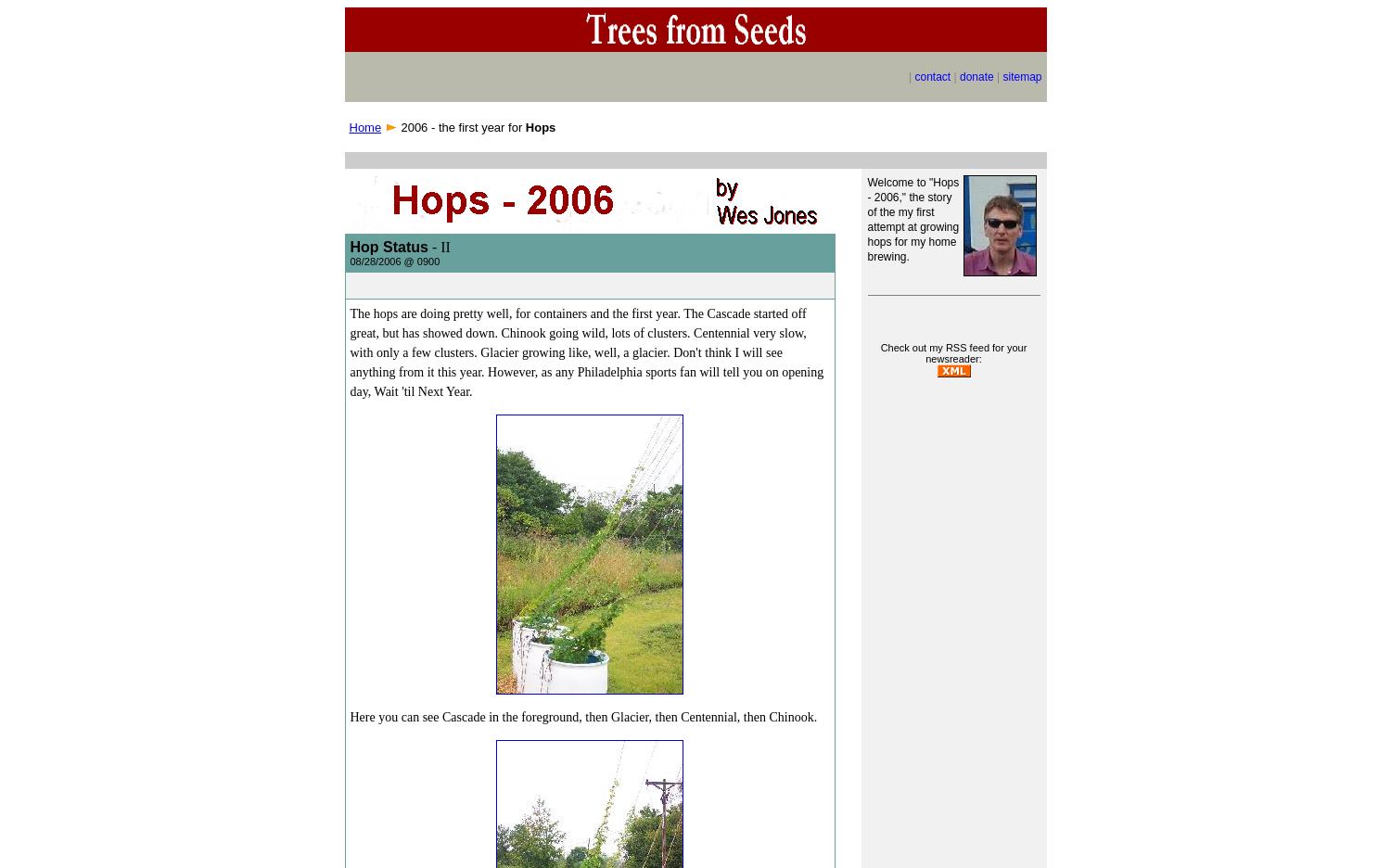 This screenshot has width=1391, height=868. I want to click on 'The hops are doing pretty well, for
                                          containers and the first year. The
                                          Cascade started off great, but has
                                          showed down. Chinook going wild, lots
                                          of clusters. Centennial very slow,
                                          with only a few clusters. Glacier
                                          growing like, well, a glacier. Don't
                                          think I will see anything from it this
                                          year. However, as any Philadelphia
                                          sports fan will tell you on opening
                                          day, Wait 'til Next Year.', so click(586, 352).